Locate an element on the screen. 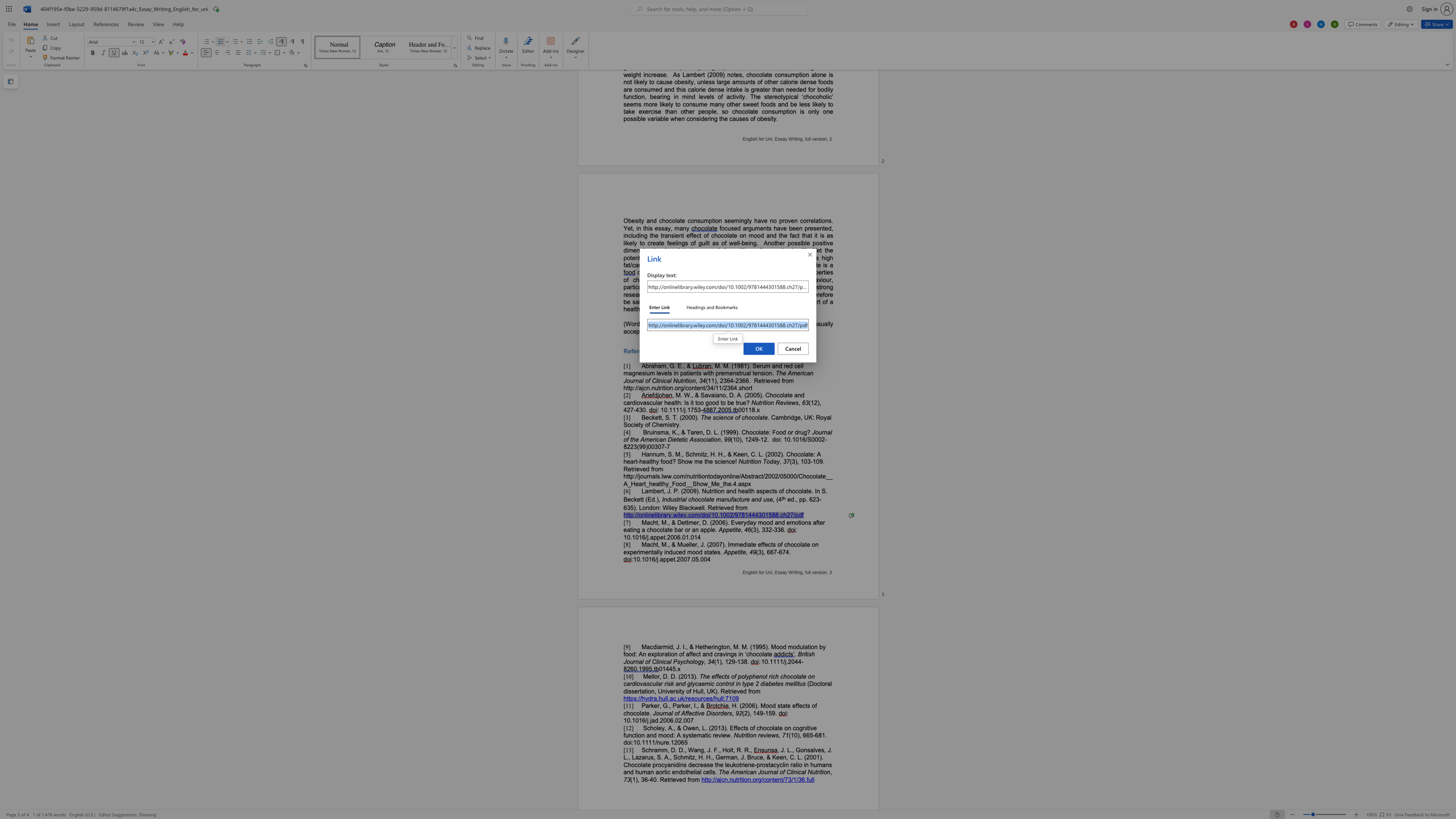 The height and width of the screenshot is (819, 1456). the 2th character "6" in the text is located at coordinates (807, 735).